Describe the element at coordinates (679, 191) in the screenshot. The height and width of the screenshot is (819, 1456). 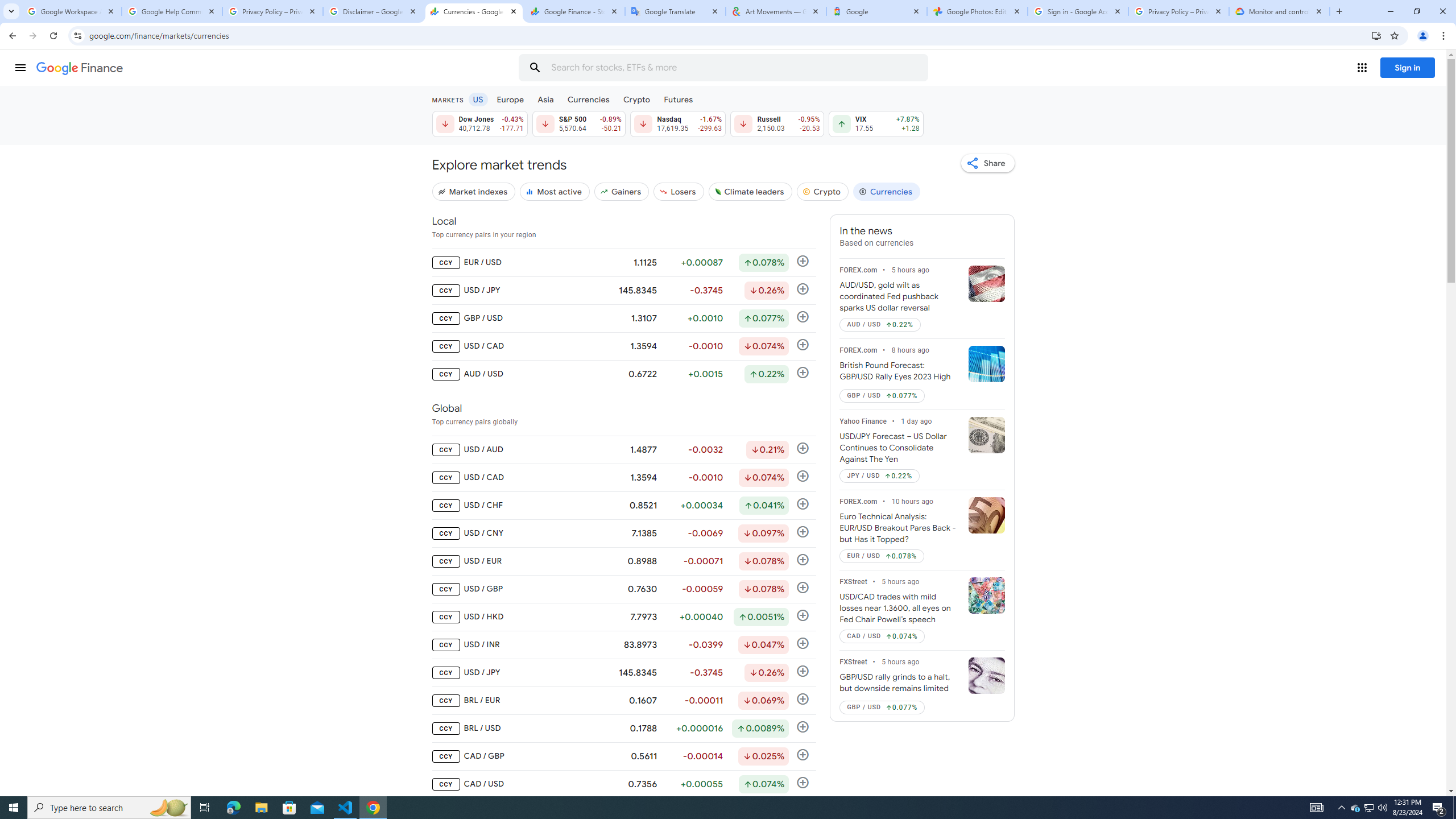
I see `'Losers'` at that location.